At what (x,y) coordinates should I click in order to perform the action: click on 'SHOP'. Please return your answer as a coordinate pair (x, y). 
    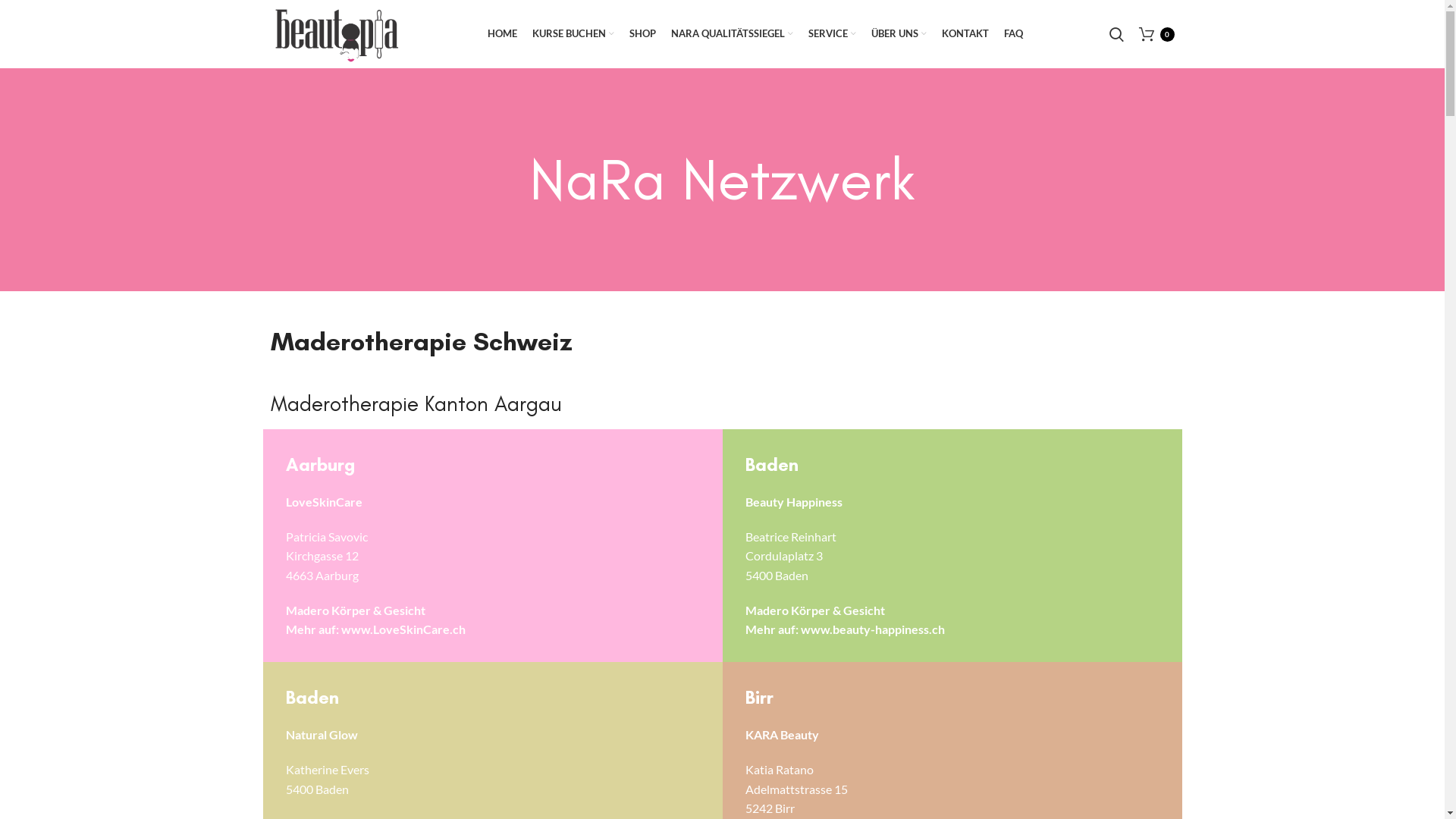
    Looking at the image, I should click on (622, 34).